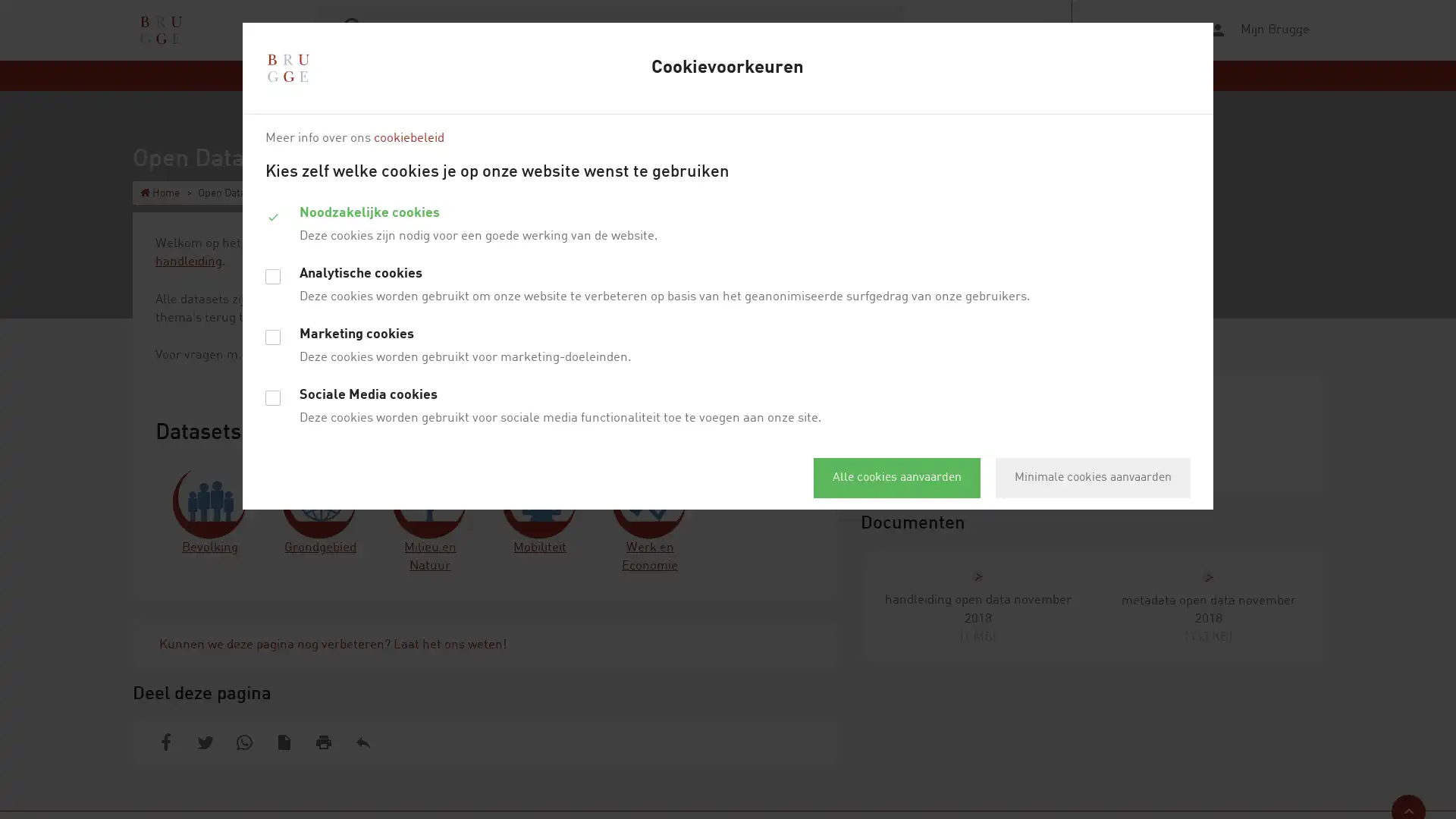  I want to click on webReader menu, so click(1059, 30).